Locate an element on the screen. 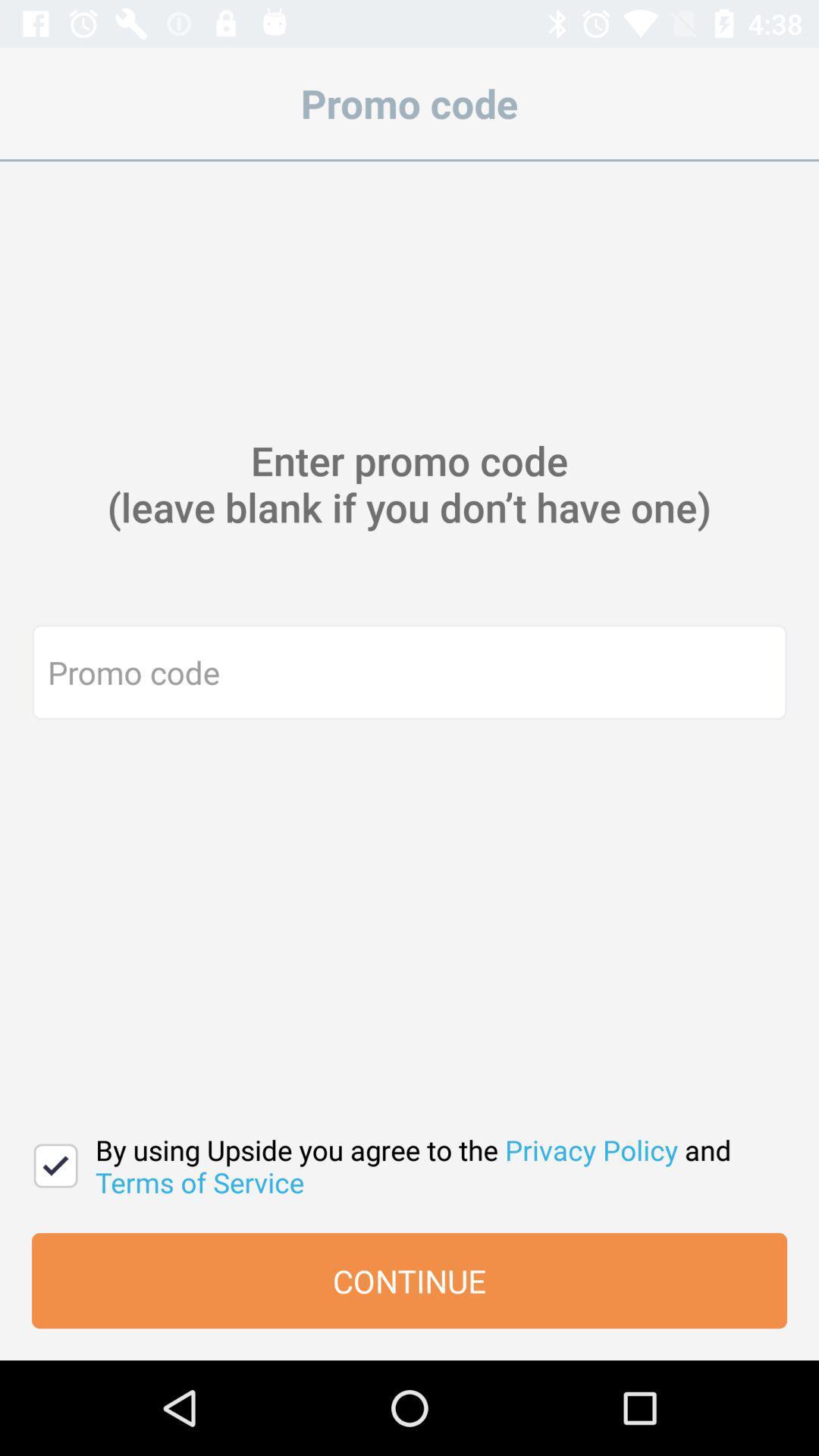  unselect the box is located at coordinates (55, 1165).